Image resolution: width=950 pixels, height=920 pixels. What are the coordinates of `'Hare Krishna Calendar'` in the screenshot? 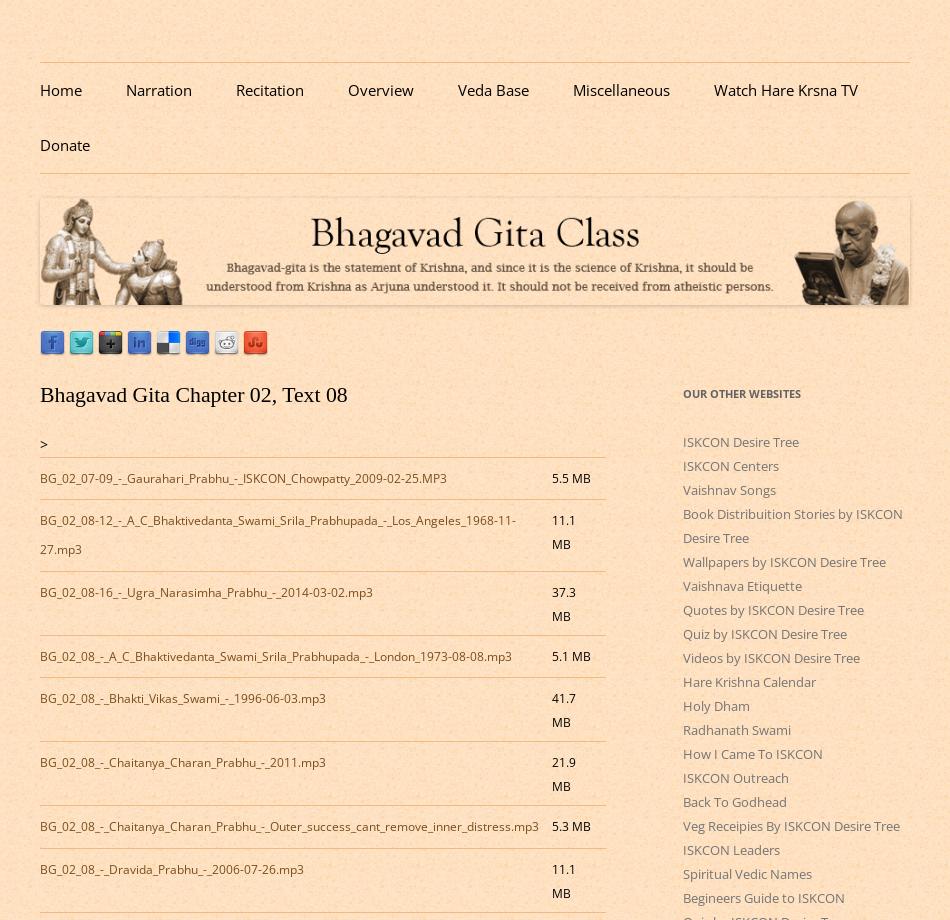 It's located at (748, 680).